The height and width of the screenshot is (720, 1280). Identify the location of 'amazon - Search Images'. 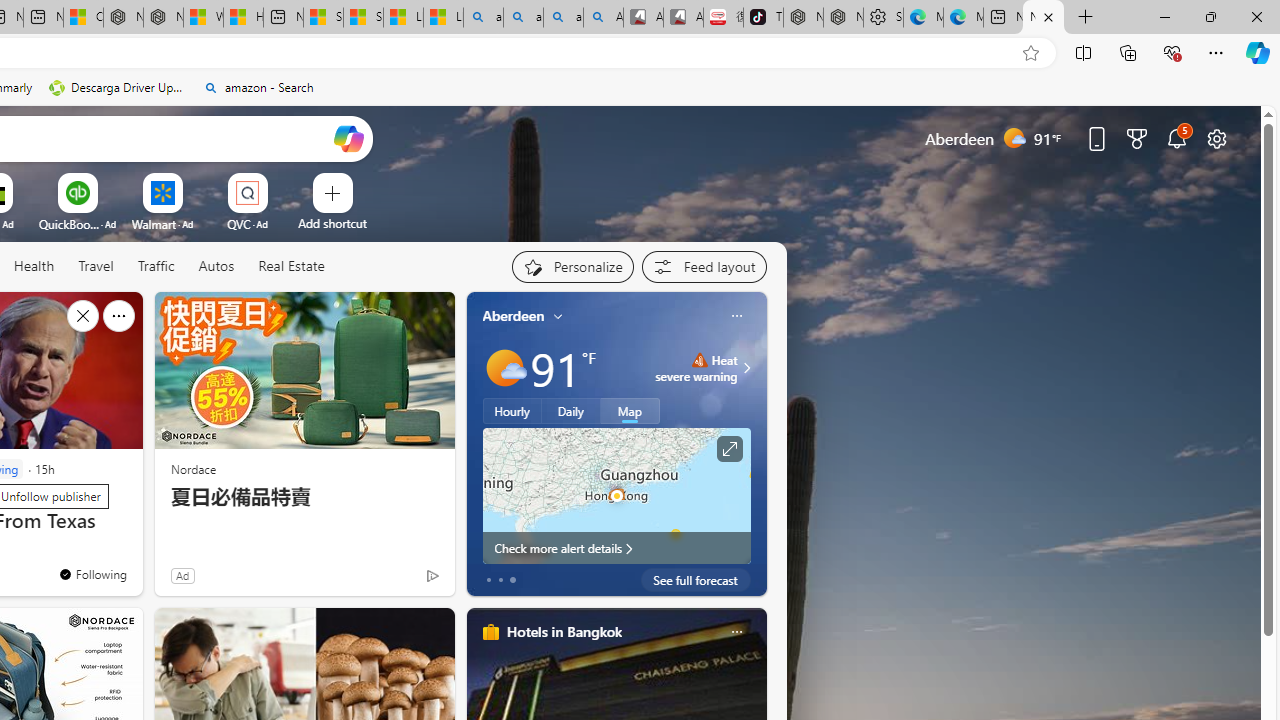
(562, 17).